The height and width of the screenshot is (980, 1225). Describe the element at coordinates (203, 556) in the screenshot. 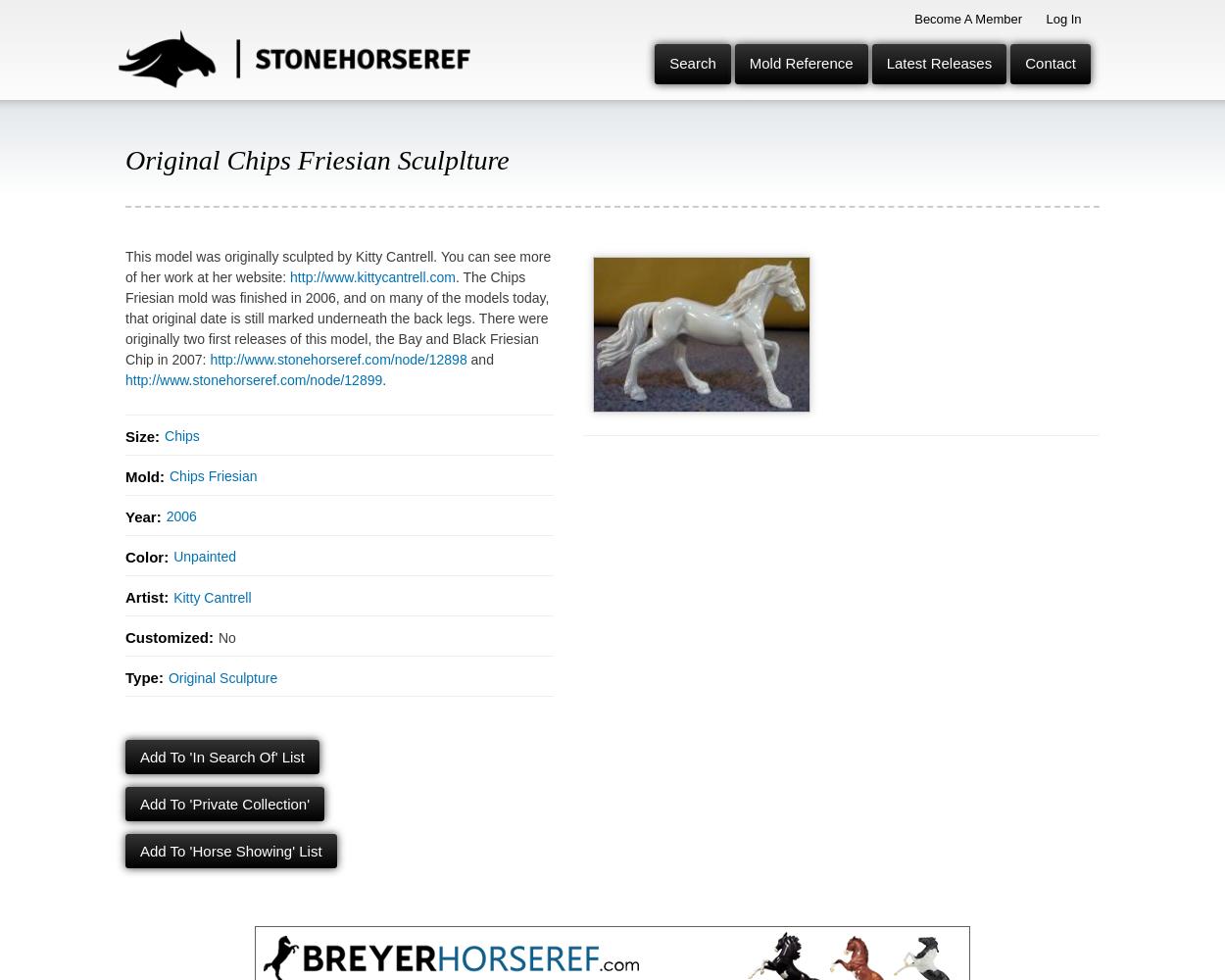

I see `'Unpainted'` at that location.